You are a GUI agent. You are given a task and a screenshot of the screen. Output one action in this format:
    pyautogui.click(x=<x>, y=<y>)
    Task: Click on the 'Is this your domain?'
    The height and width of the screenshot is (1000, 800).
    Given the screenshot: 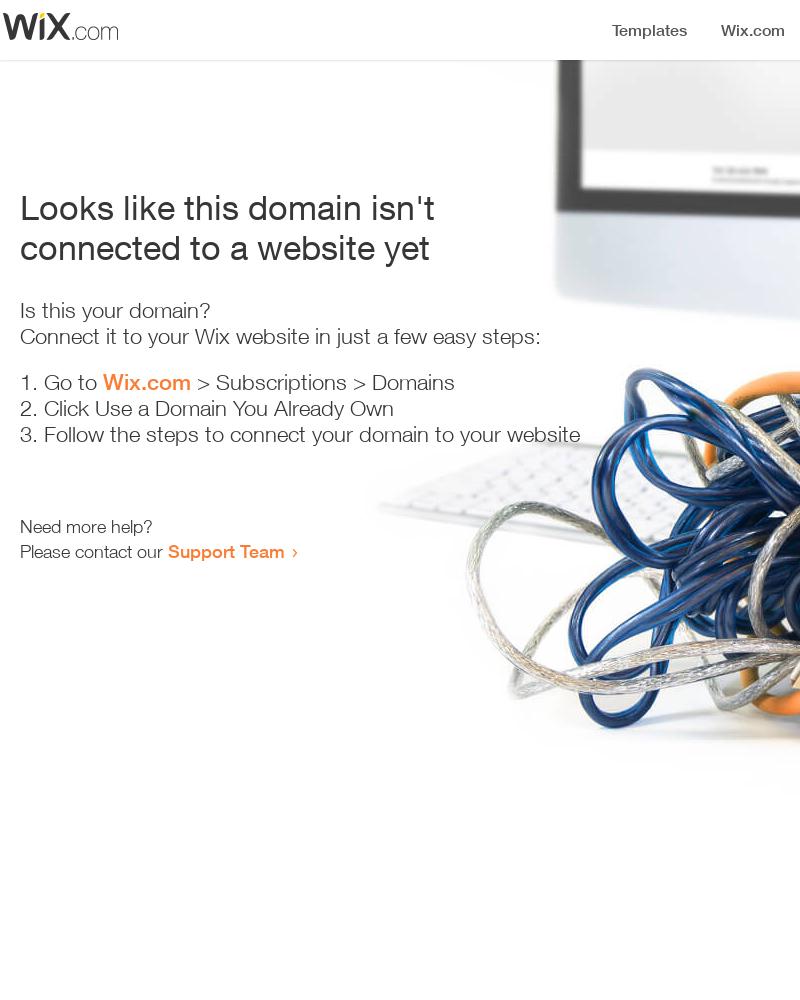 What is the action you would take?
    pyautogui.click(x=20, y=310)
    